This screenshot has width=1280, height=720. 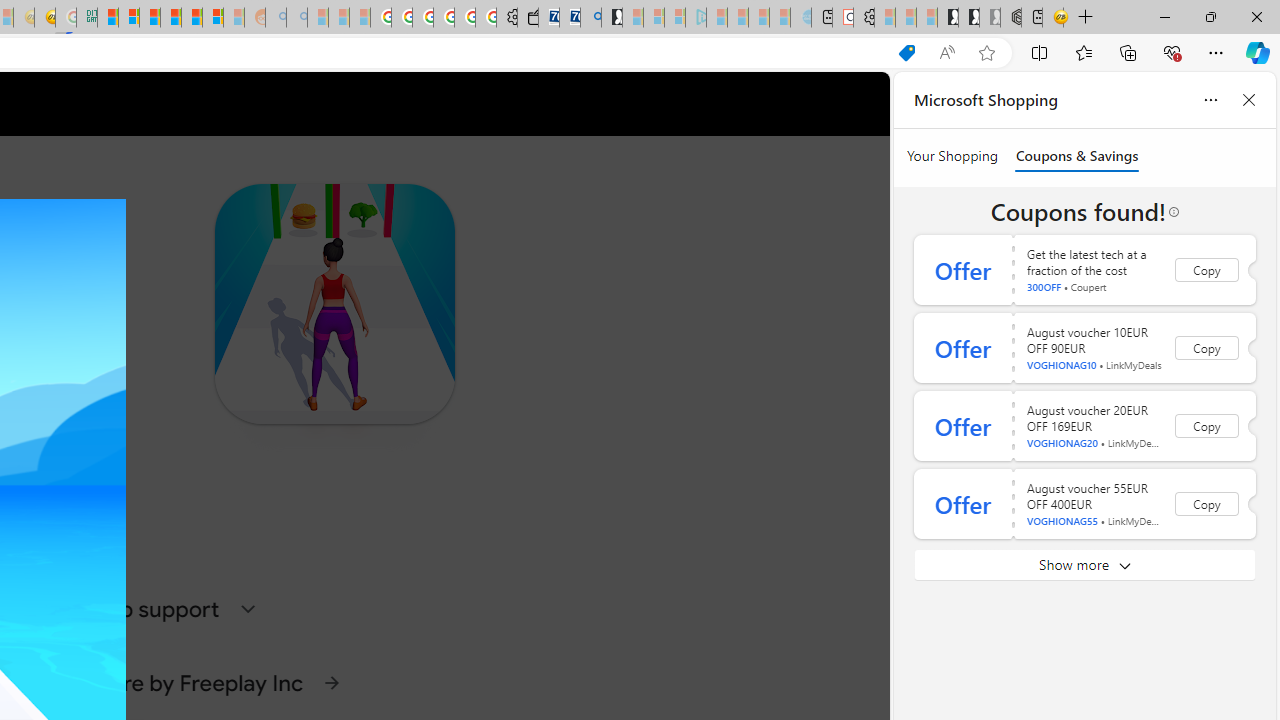 I want to click on 'Expert Portfolios', so click(x=170, y=17).